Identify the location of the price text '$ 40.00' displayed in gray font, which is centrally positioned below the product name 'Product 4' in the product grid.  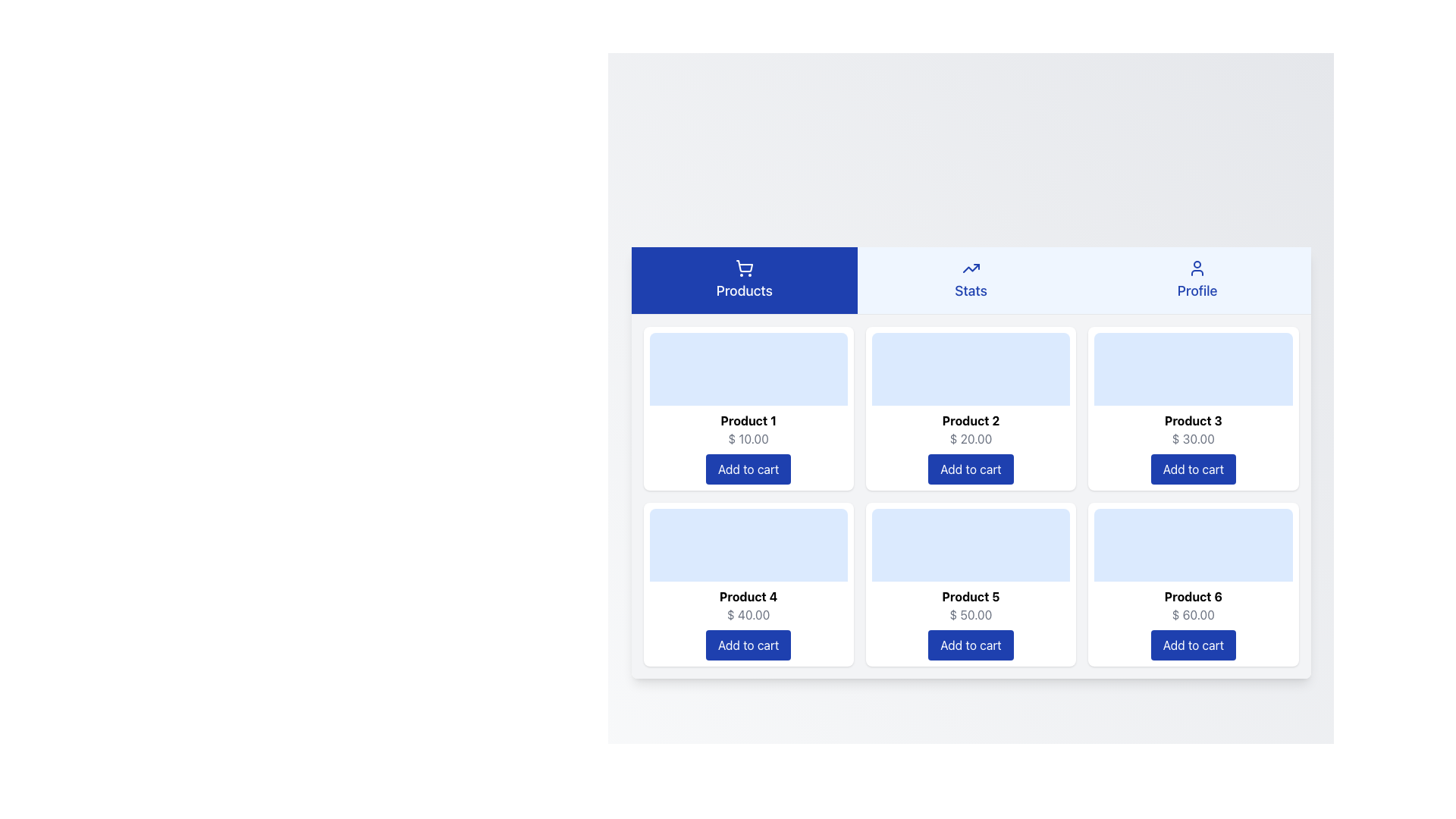
(748, 614).